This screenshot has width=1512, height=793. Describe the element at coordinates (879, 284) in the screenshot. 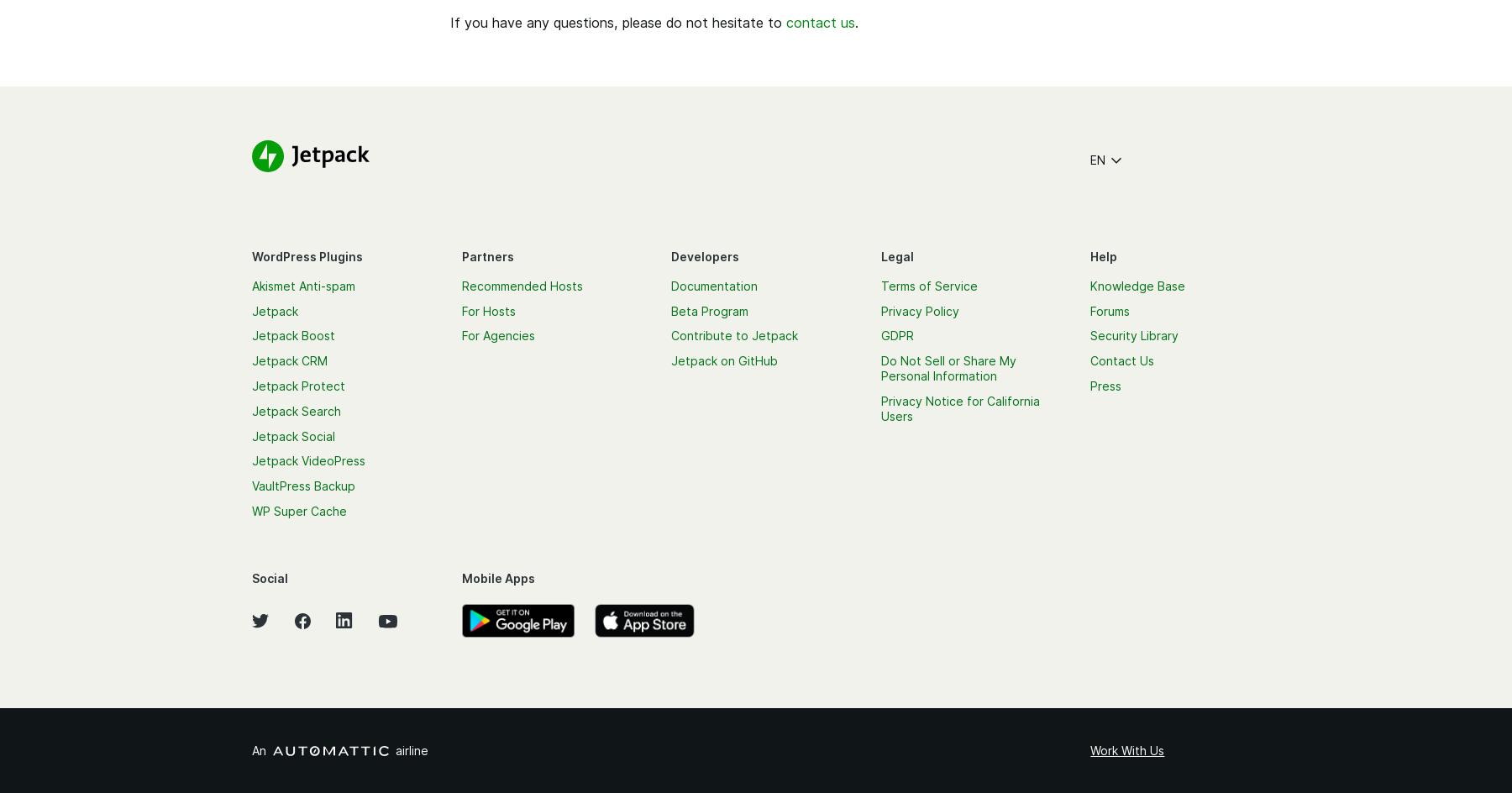

I see `'Terms of Service'` at that location.